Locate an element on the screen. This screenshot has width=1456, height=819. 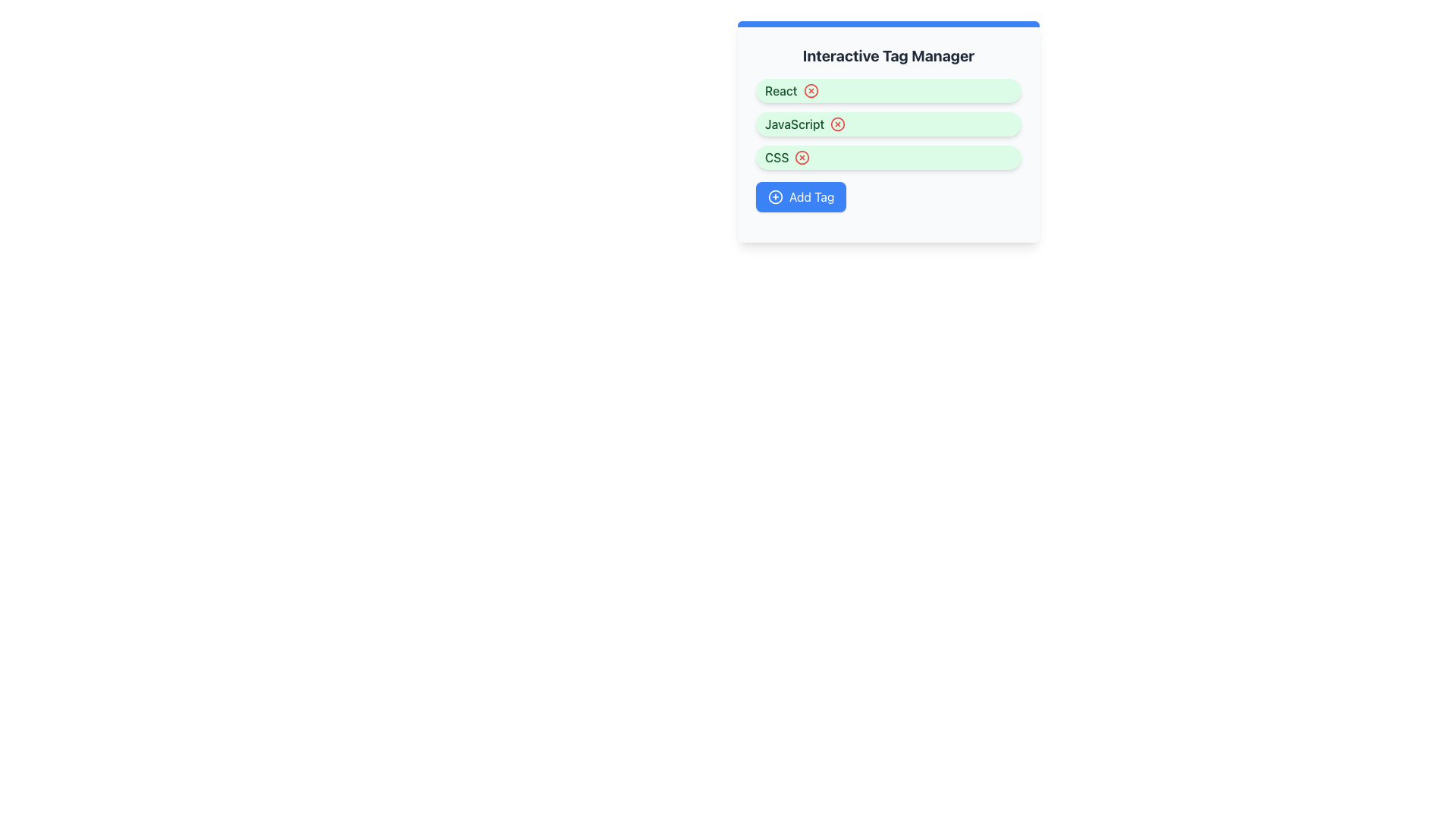
the text label for the 'CSS' tag, which is positioned as the third tag below the 'Interactive Tag Manager' heading is located at coordinates (777, 158).